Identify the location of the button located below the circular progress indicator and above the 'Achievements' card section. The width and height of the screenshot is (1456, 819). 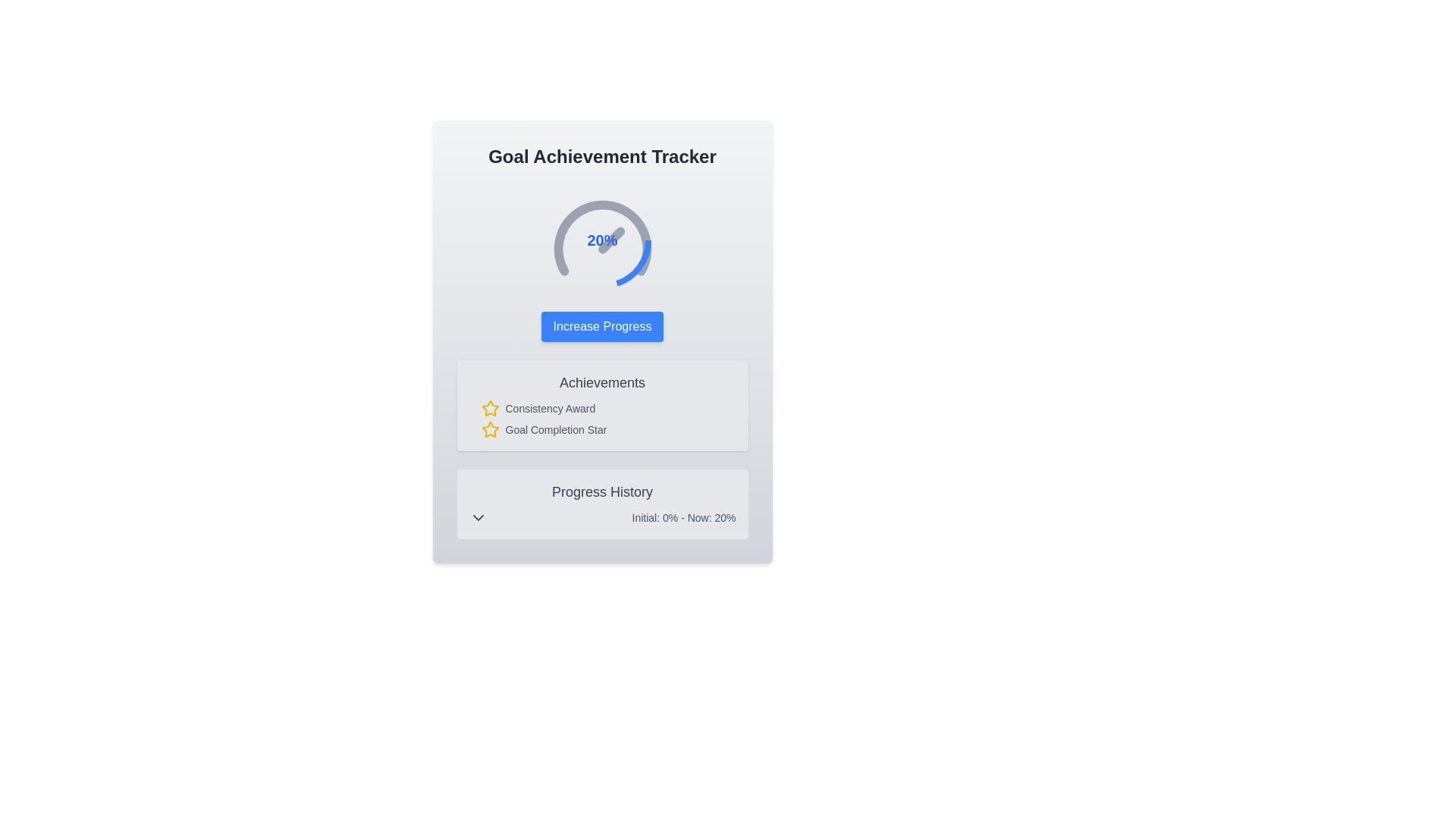
(601, 326).